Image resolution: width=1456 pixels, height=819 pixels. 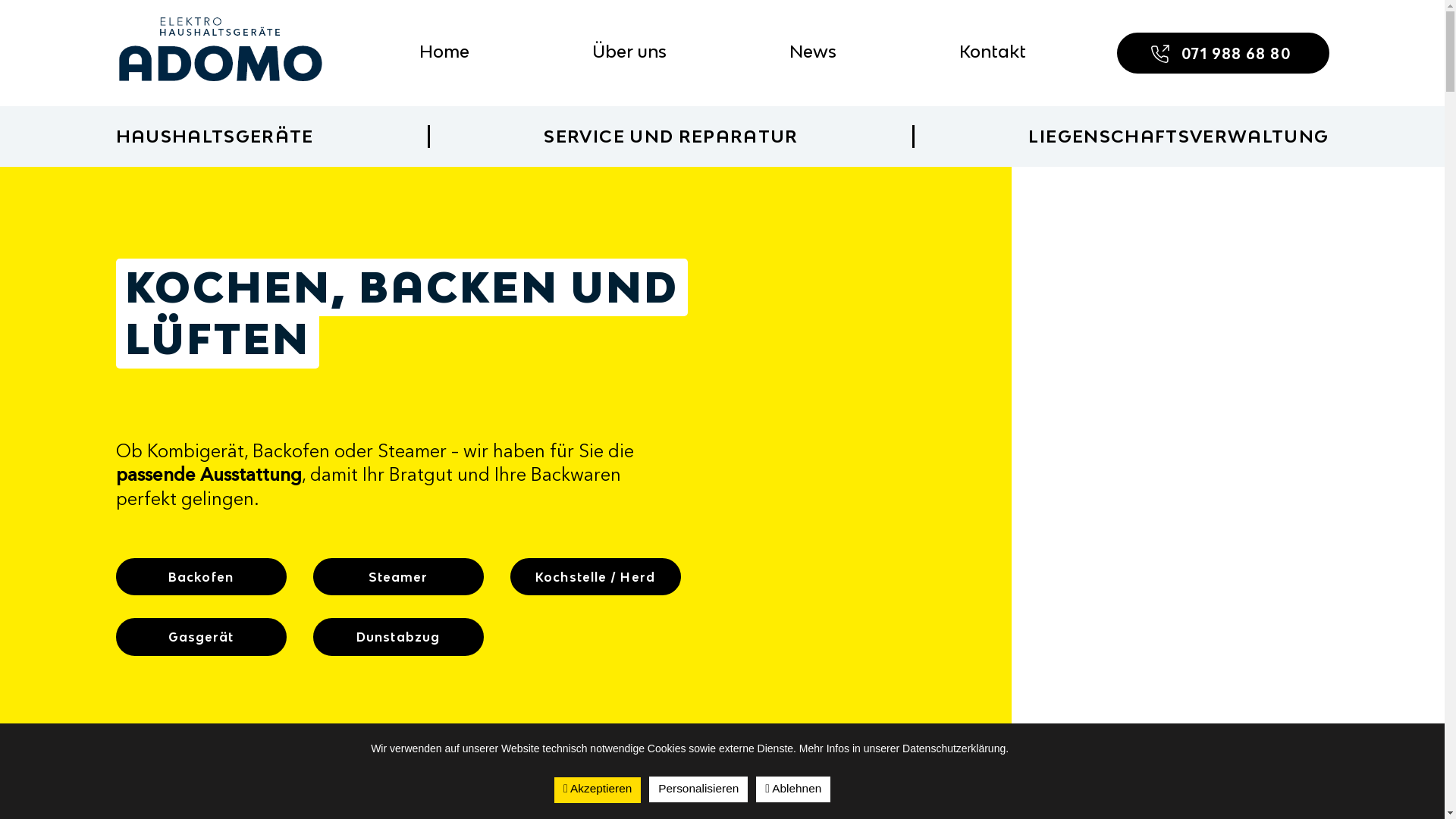 I want to click on 'Dunstabzug', so click(x=397, y=637).